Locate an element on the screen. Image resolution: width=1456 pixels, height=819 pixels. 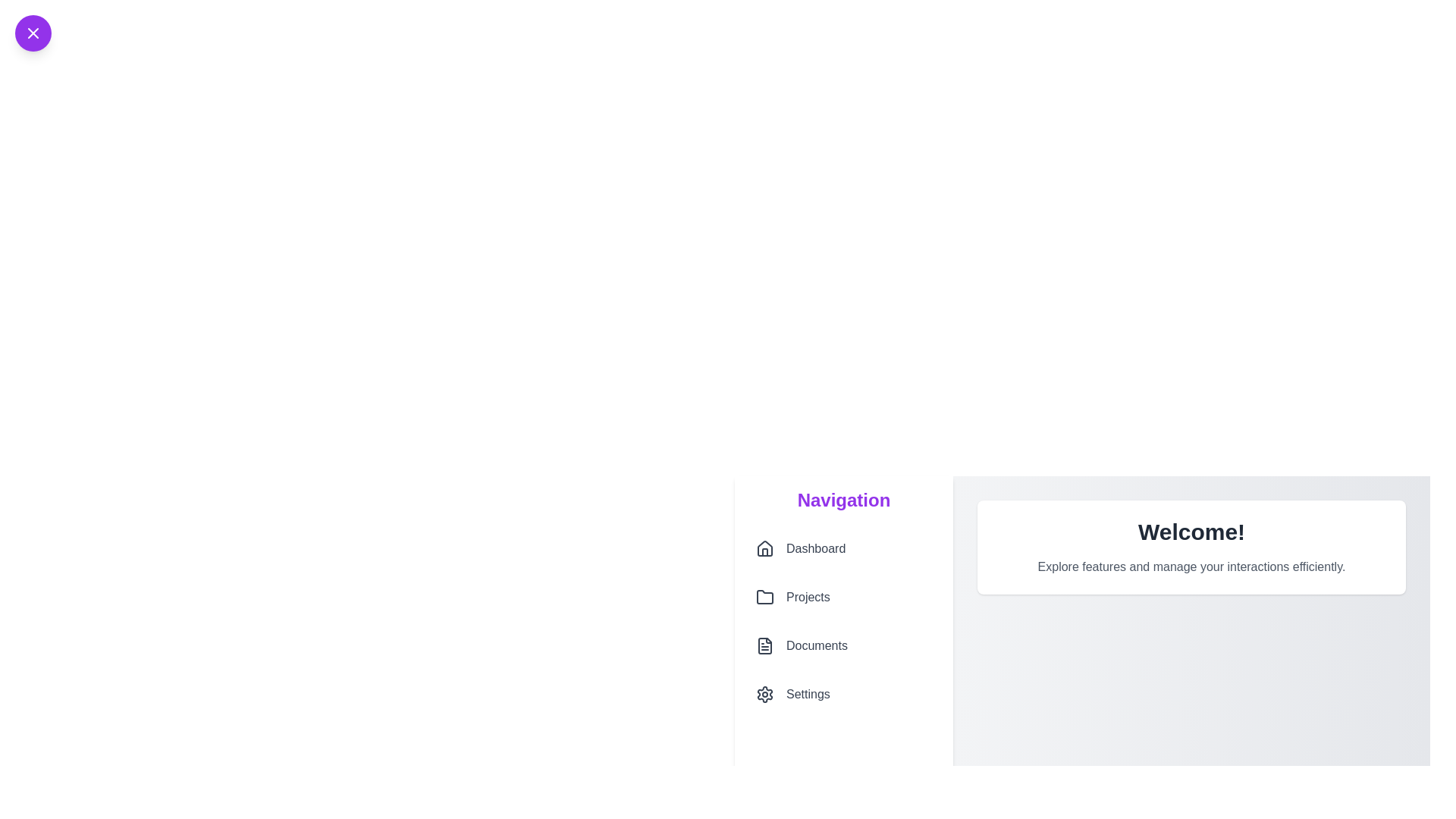
the navigation menu item Dashboard is located at coordinates (843, 549).